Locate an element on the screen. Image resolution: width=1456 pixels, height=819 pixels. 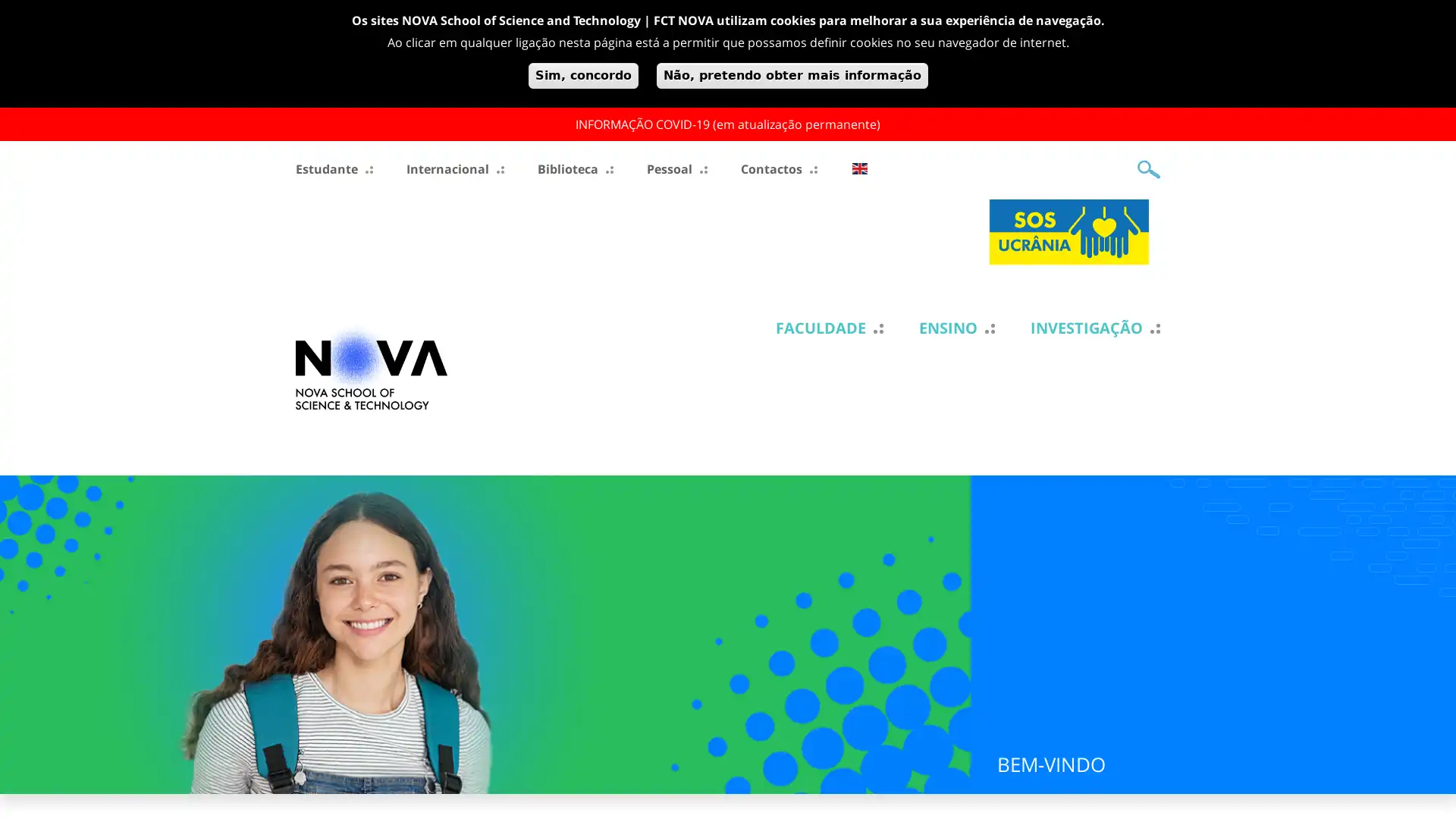
Sim, concordo is located at coordinates (582, 76).